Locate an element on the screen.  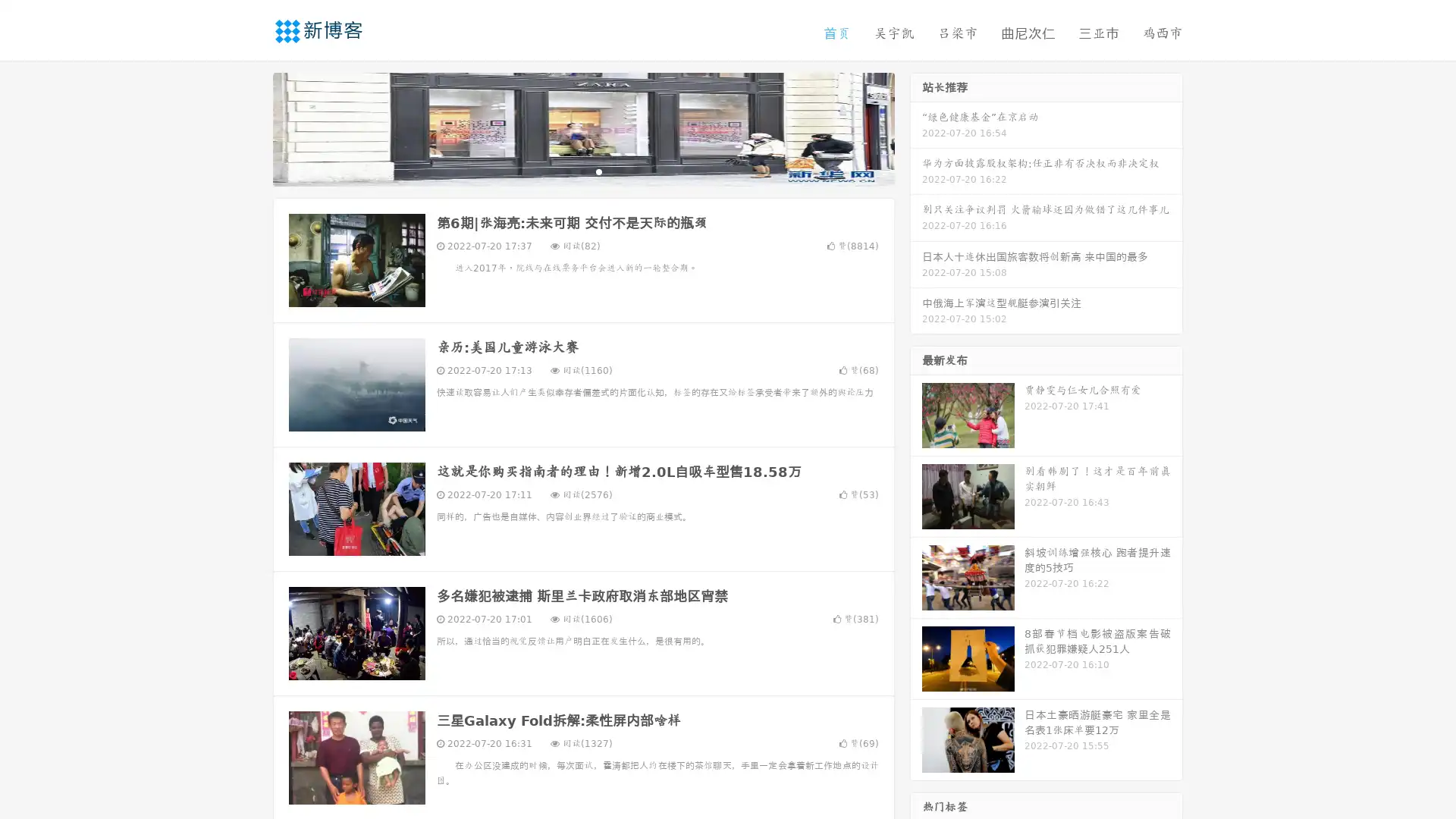
Previous slide is located at coordinates (250, 127).